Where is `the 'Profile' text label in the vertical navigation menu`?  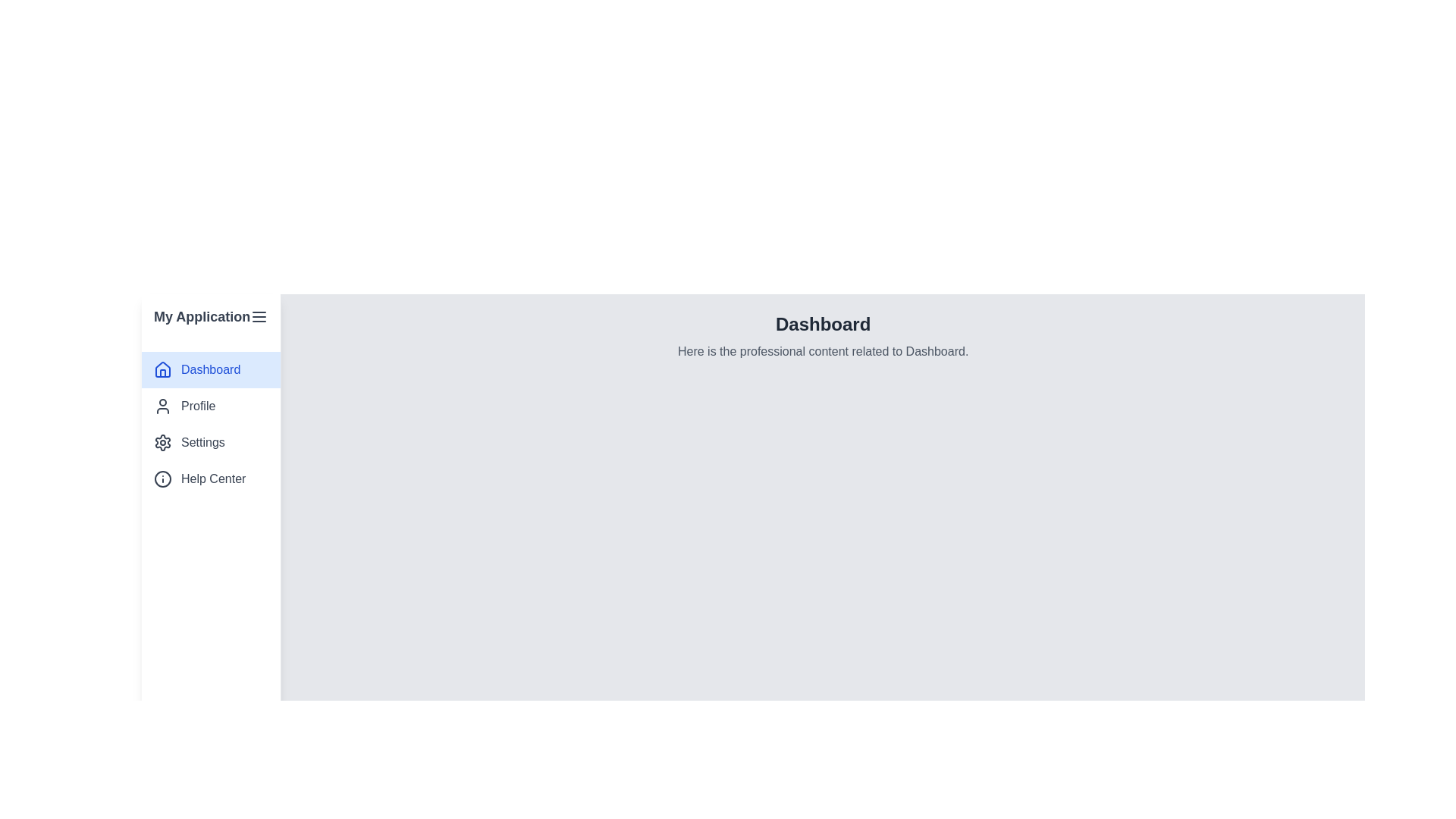
the 'Profile' text label in the vertical navigation menu is located at coordinates (197, 406).